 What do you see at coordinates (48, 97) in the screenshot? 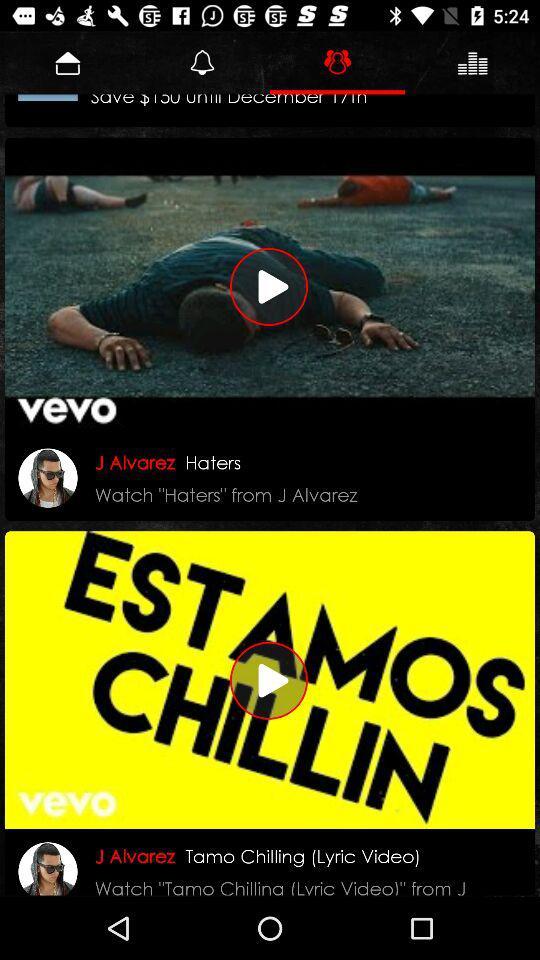
I see `the item to the left of ste anne s icon` at bounding box center [48, 97].